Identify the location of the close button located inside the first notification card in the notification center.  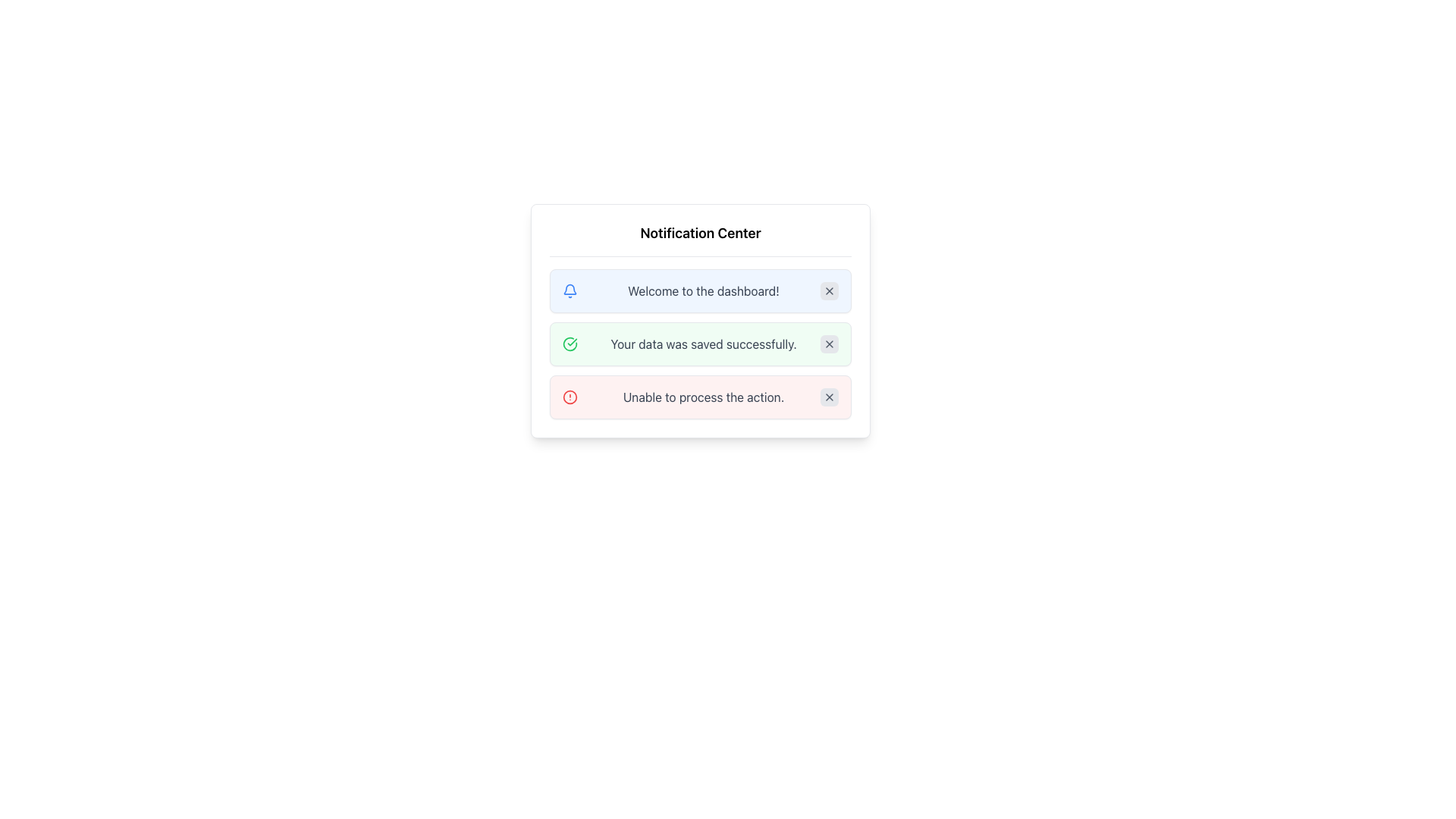
(829, 291).